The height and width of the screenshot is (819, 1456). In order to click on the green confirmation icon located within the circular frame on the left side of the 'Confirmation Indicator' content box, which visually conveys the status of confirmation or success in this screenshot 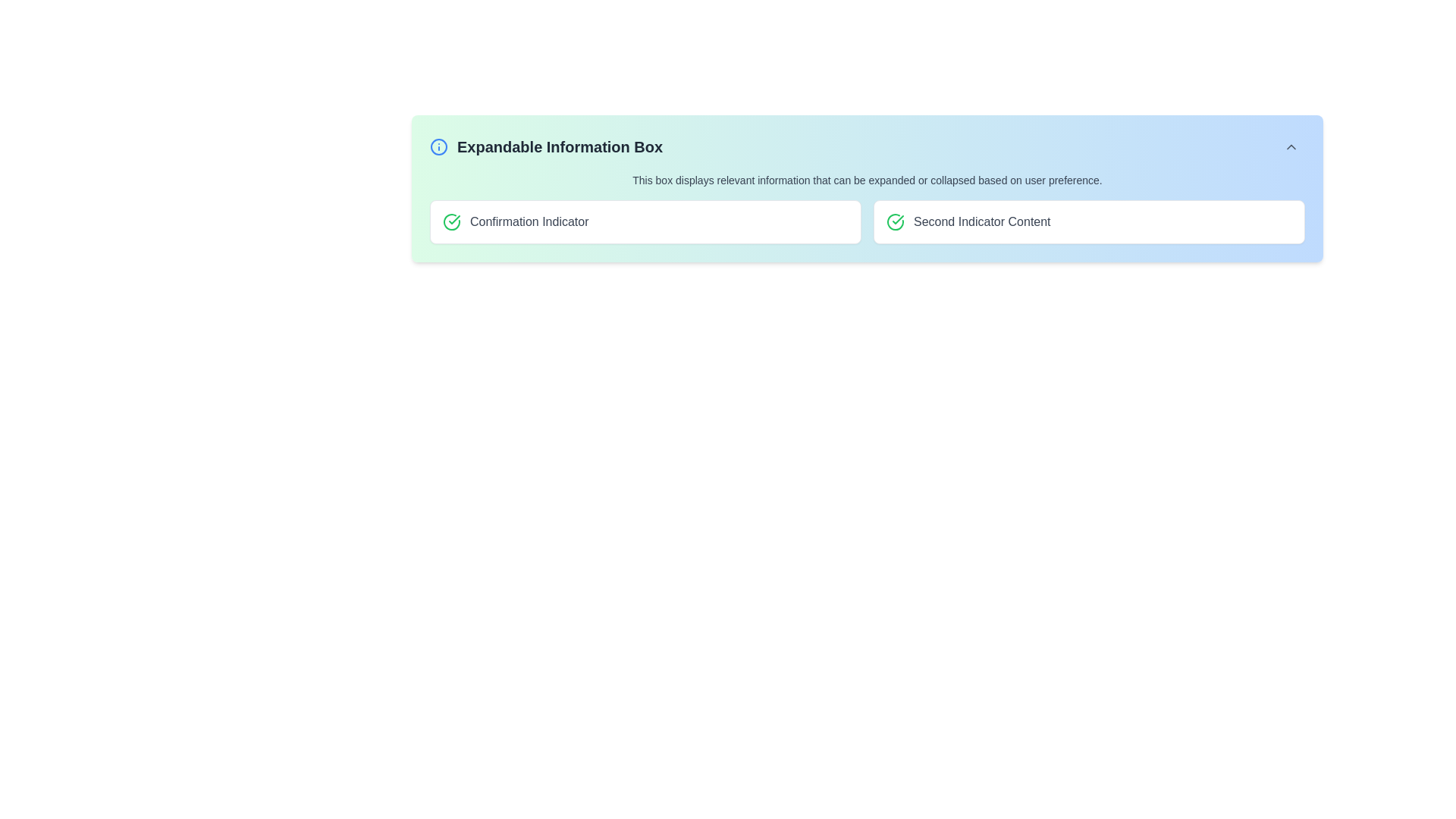, I will do `click(898, 219)`.